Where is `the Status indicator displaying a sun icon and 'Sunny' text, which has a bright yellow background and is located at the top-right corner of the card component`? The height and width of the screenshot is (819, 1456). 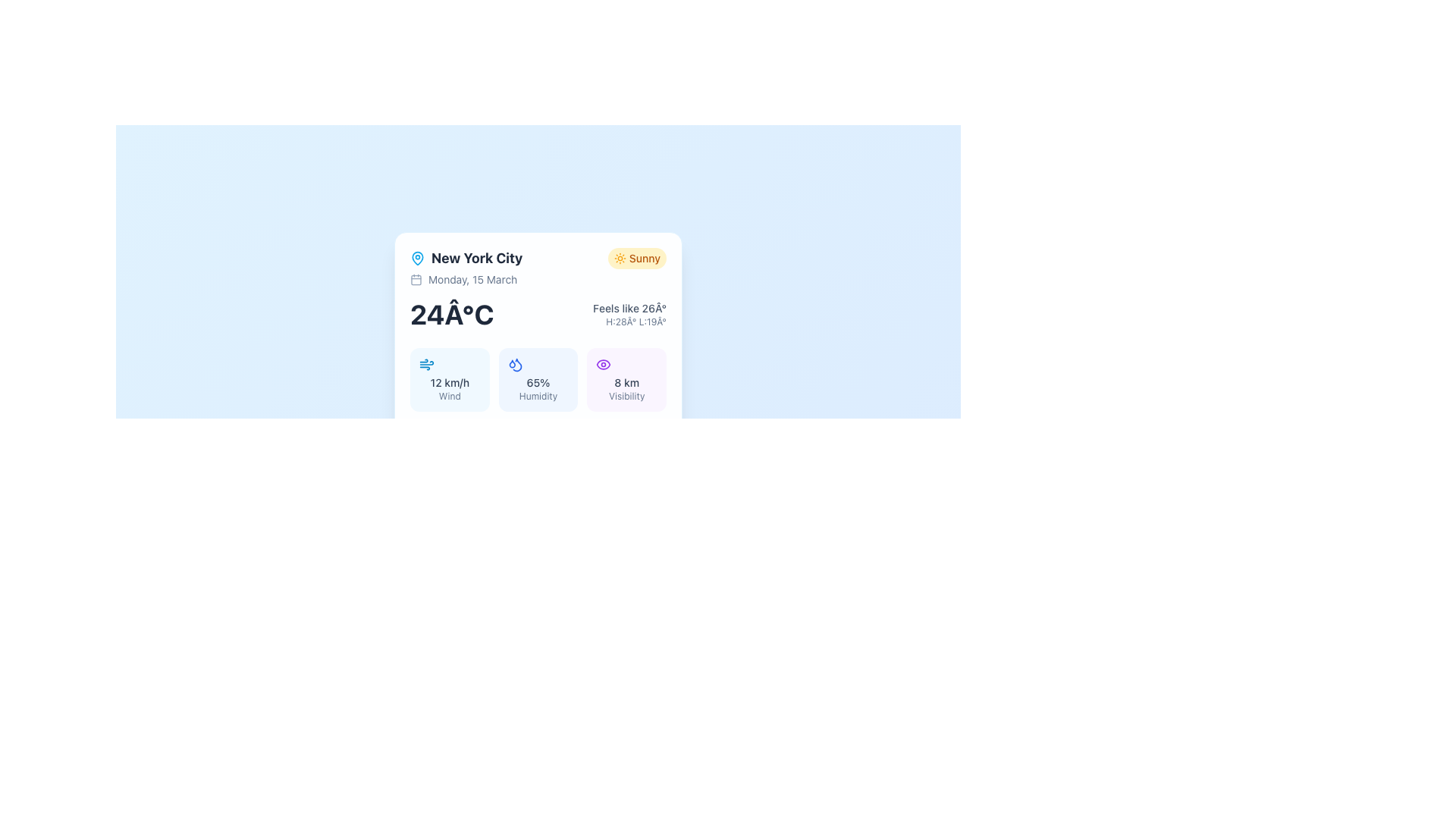
the Status indicator displaying a sun icon and 'Sunny' text, which has a bright yellow background and is located at the top-right corner of the card component is located at coordinates (637, 257).